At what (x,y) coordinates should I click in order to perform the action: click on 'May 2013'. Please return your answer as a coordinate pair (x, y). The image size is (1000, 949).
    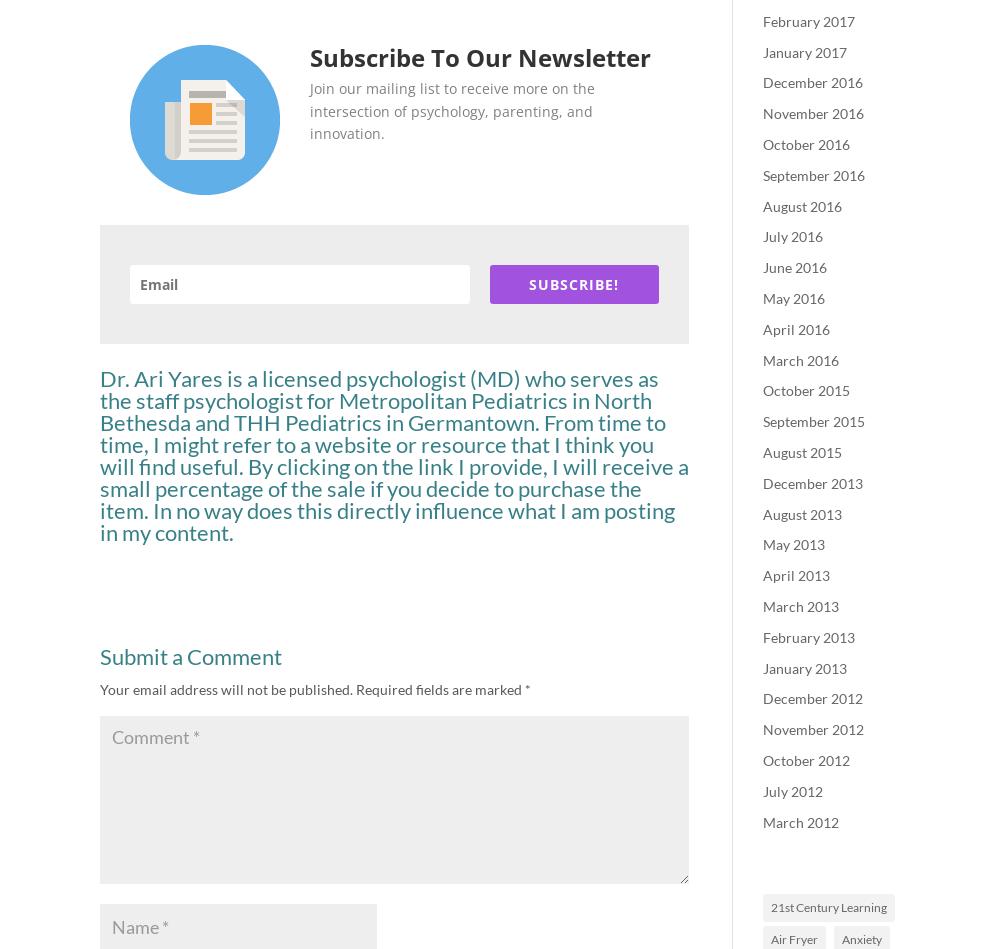
    Looking at the image, I should click on (794, 543).